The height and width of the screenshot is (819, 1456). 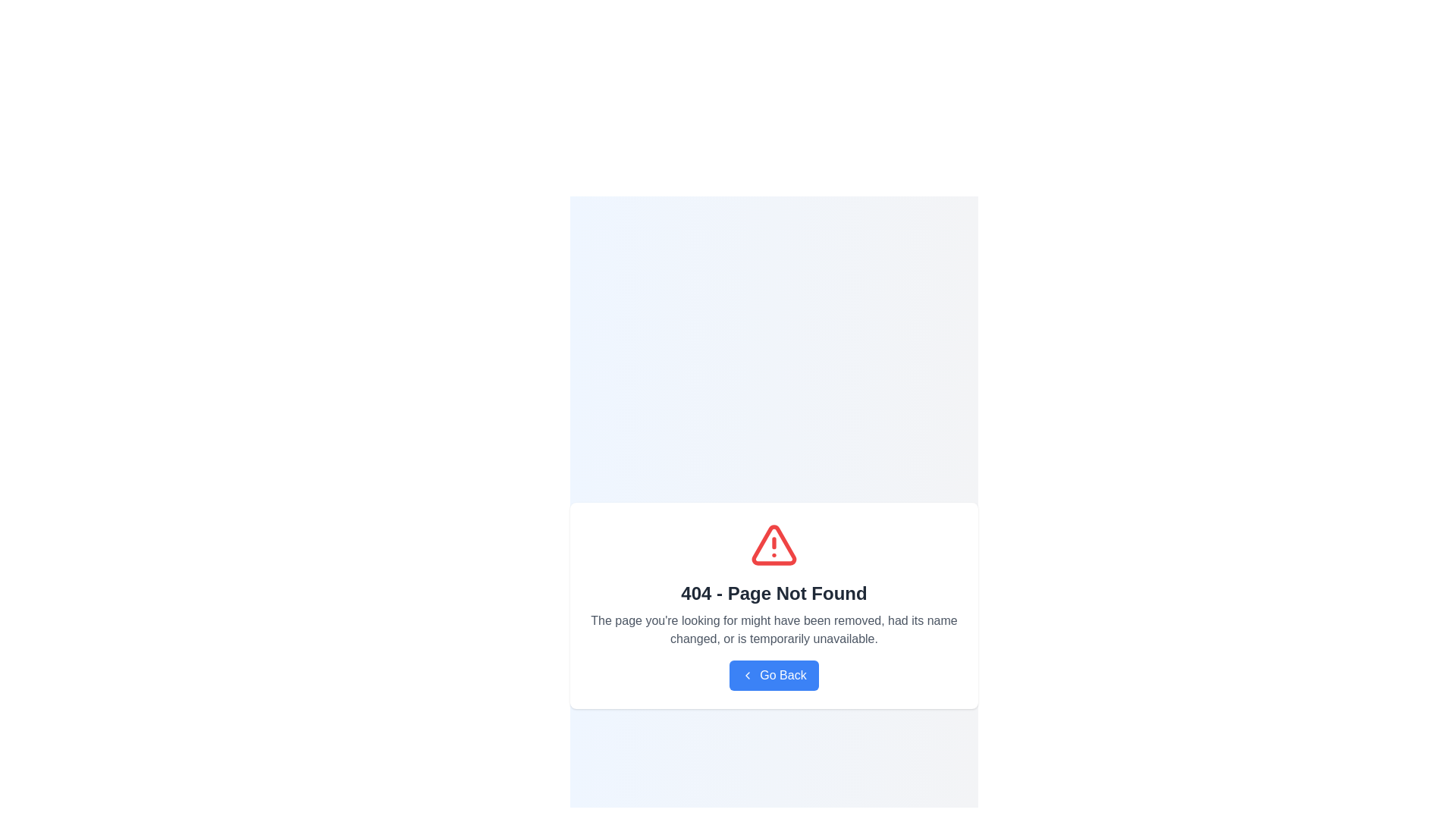 I want to click on the warning/error icon that visually represents a warning state and is located above the text '404 - Page Not Found', so click(x=774, y=544).